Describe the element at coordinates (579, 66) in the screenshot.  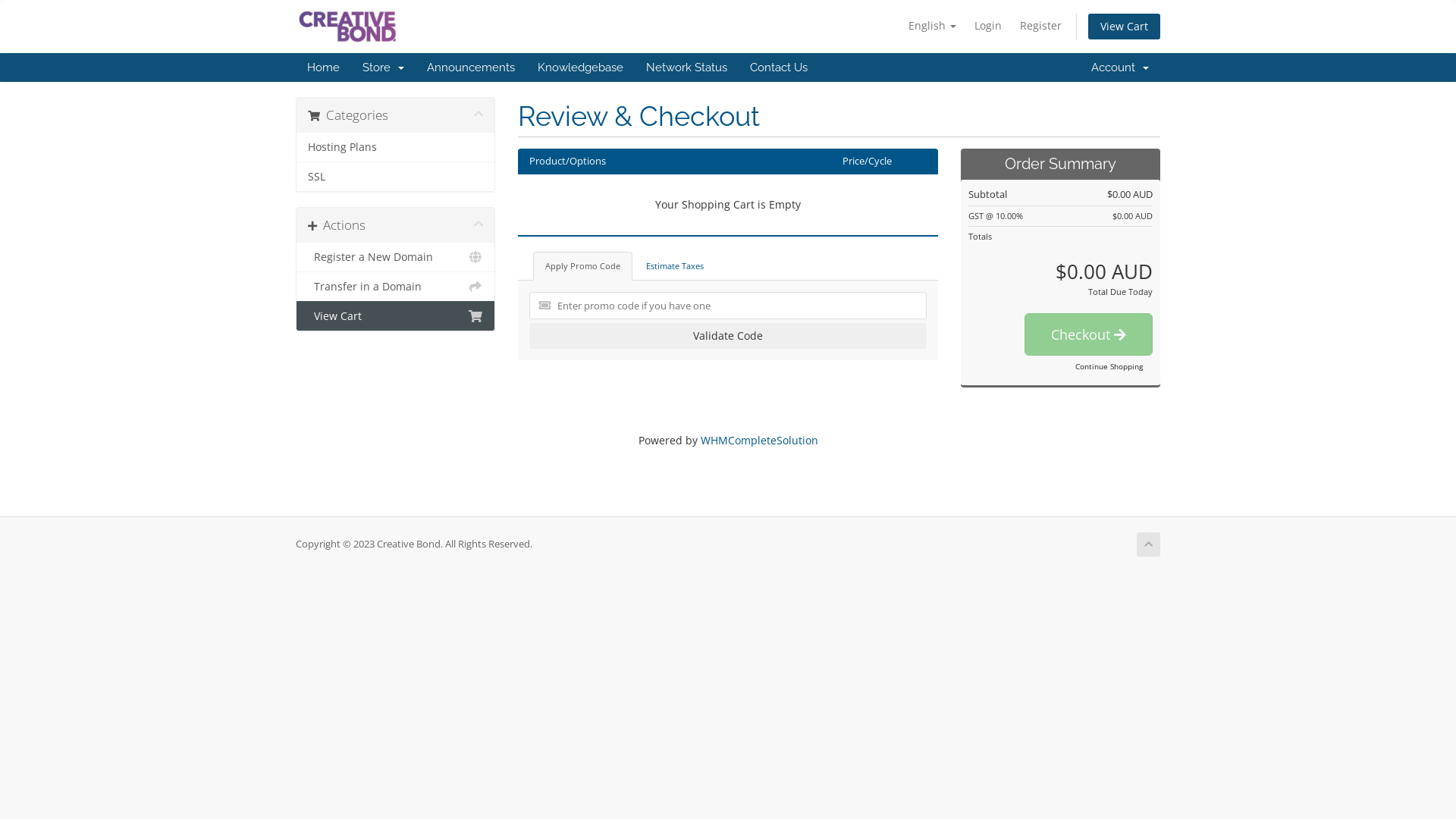
I see `'Knowledgebase'` at that location.